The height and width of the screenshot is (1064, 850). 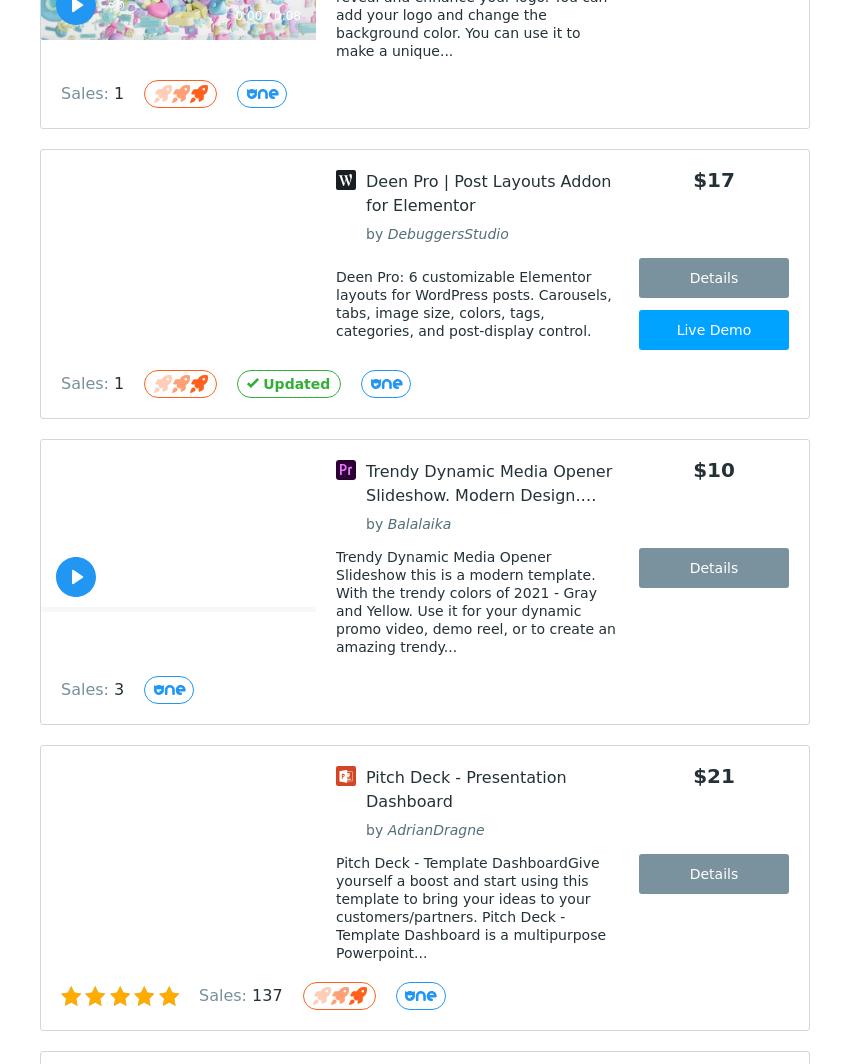 I want to click on 'Live Demo', so click(x=712, y=330).